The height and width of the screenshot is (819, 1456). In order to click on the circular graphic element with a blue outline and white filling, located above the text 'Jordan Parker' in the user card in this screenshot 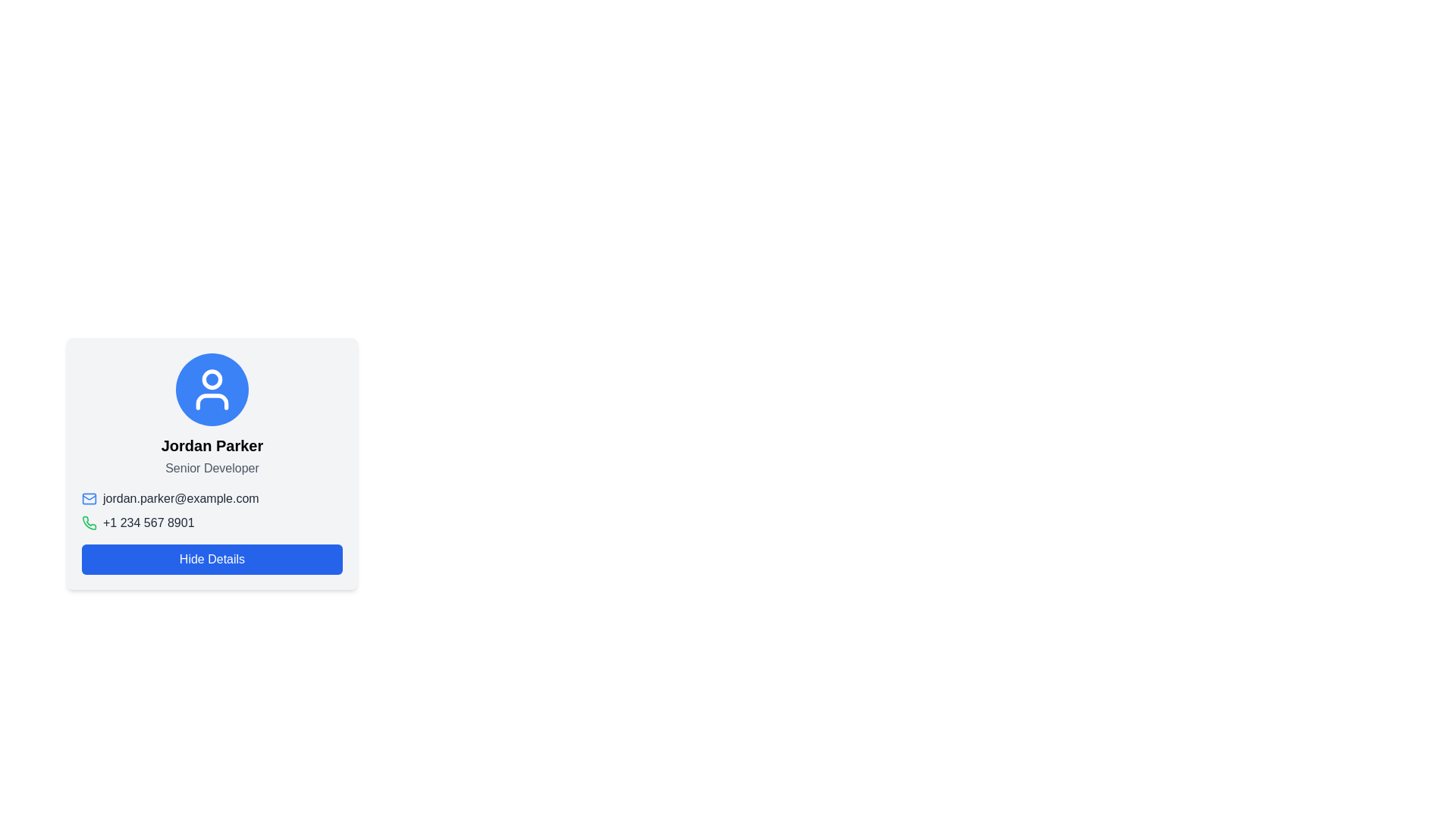, I will do `click(211, 378)`.